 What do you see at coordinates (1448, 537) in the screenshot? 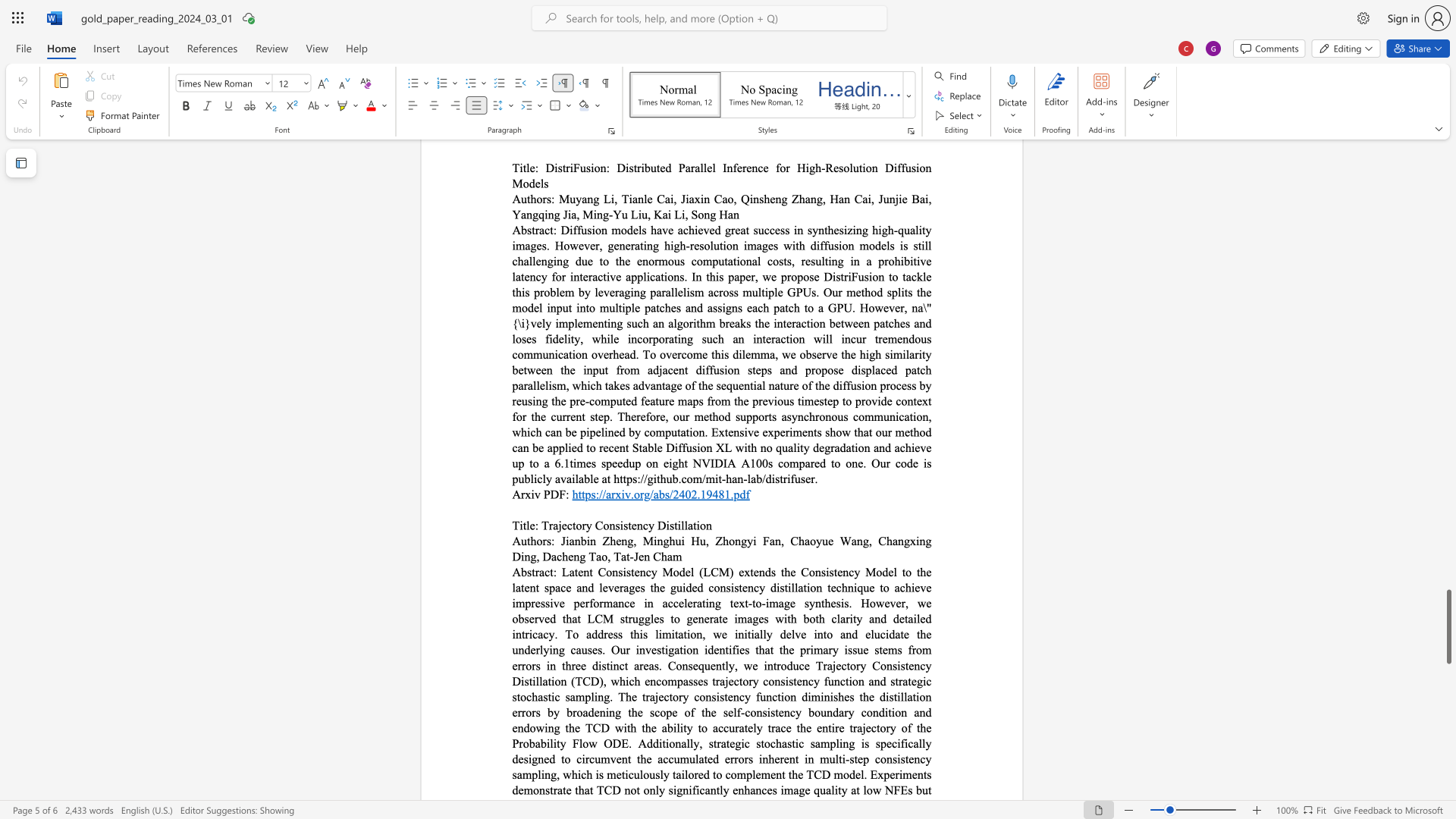
I see `the scrollbar on the right to shift the page higher` at bounding box center [1448, 537].